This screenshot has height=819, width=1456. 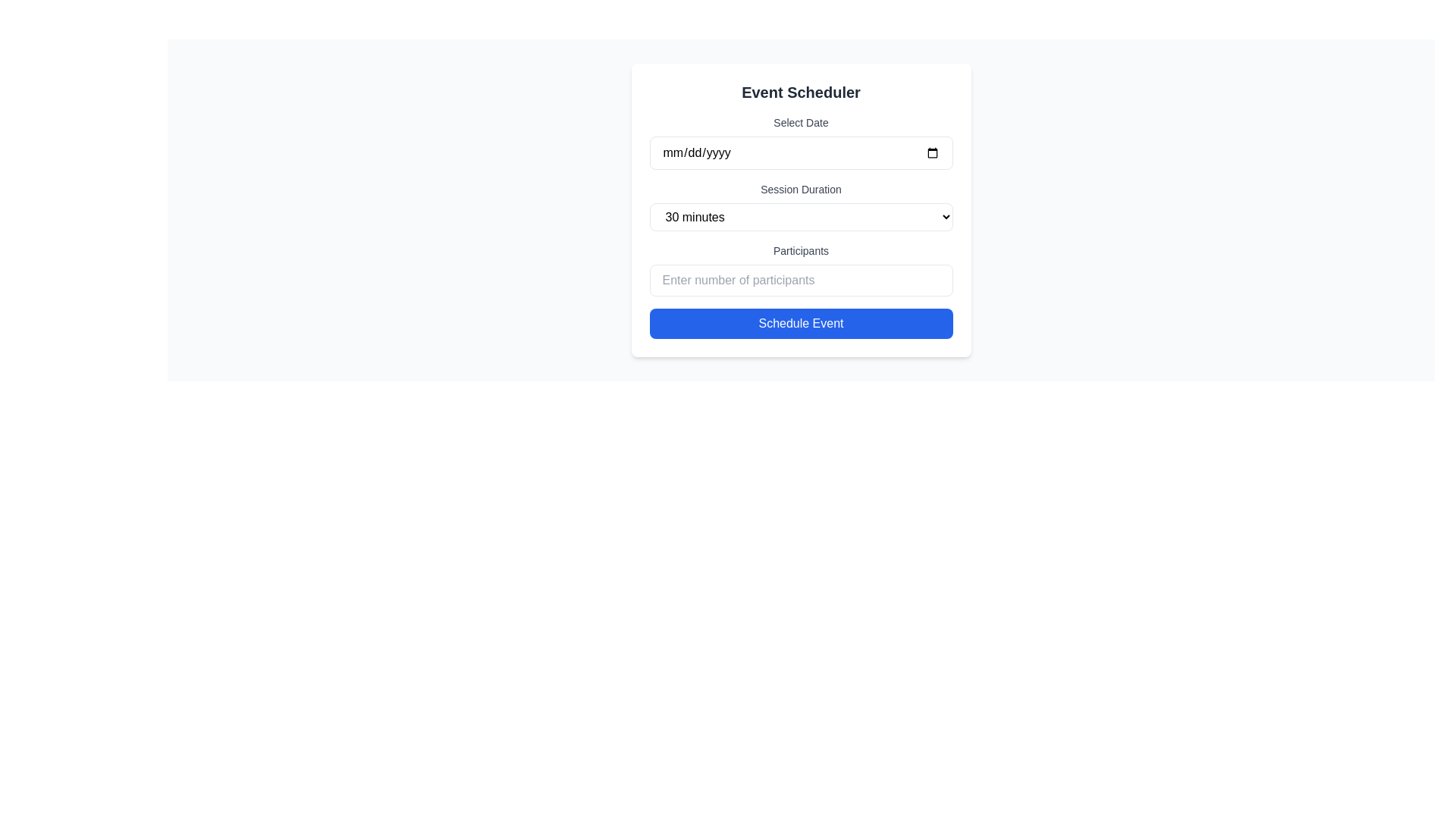 What do you see at coordinates (800, 206) in the screenshot?
I see `the 'Session Duration' dropdown menu by pressing the tab key` at bounding box center [800, 206].